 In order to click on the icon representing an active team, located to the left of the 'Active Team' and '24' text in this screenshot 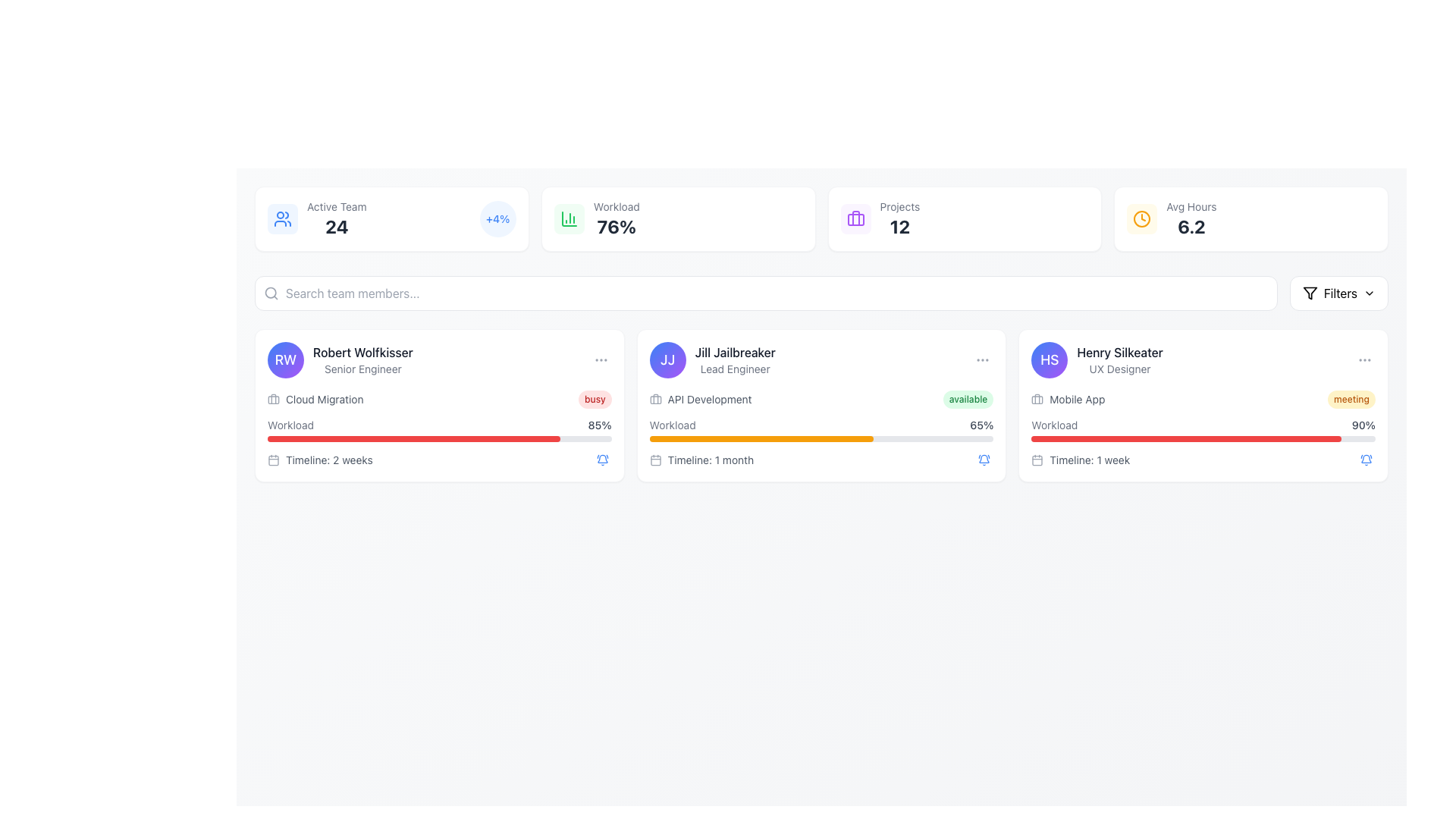, I will do `click(283, 219)`.